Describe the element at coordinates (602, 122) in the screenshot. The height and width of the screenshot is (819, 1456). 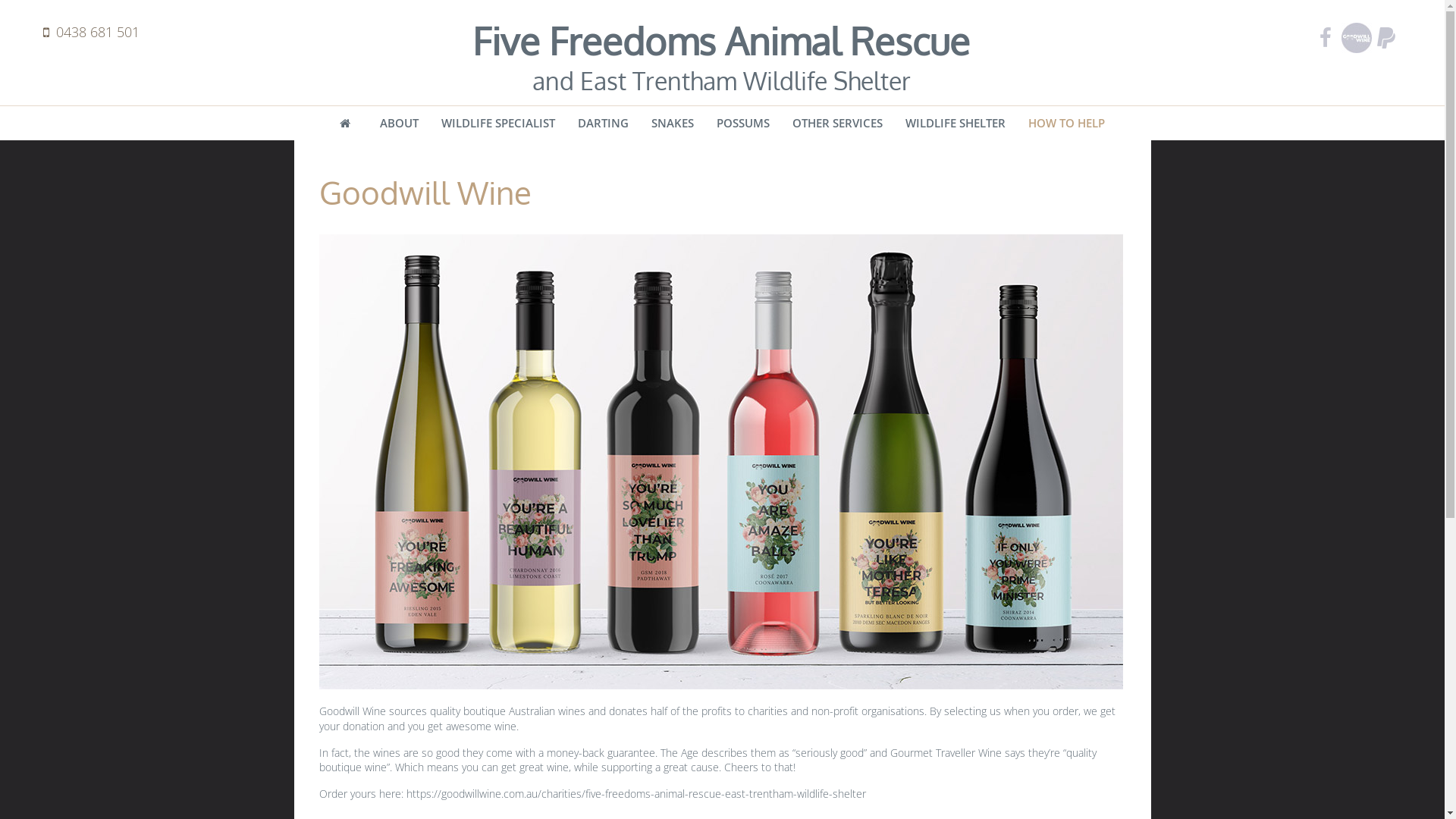
I see `'DARTING'` at that location.